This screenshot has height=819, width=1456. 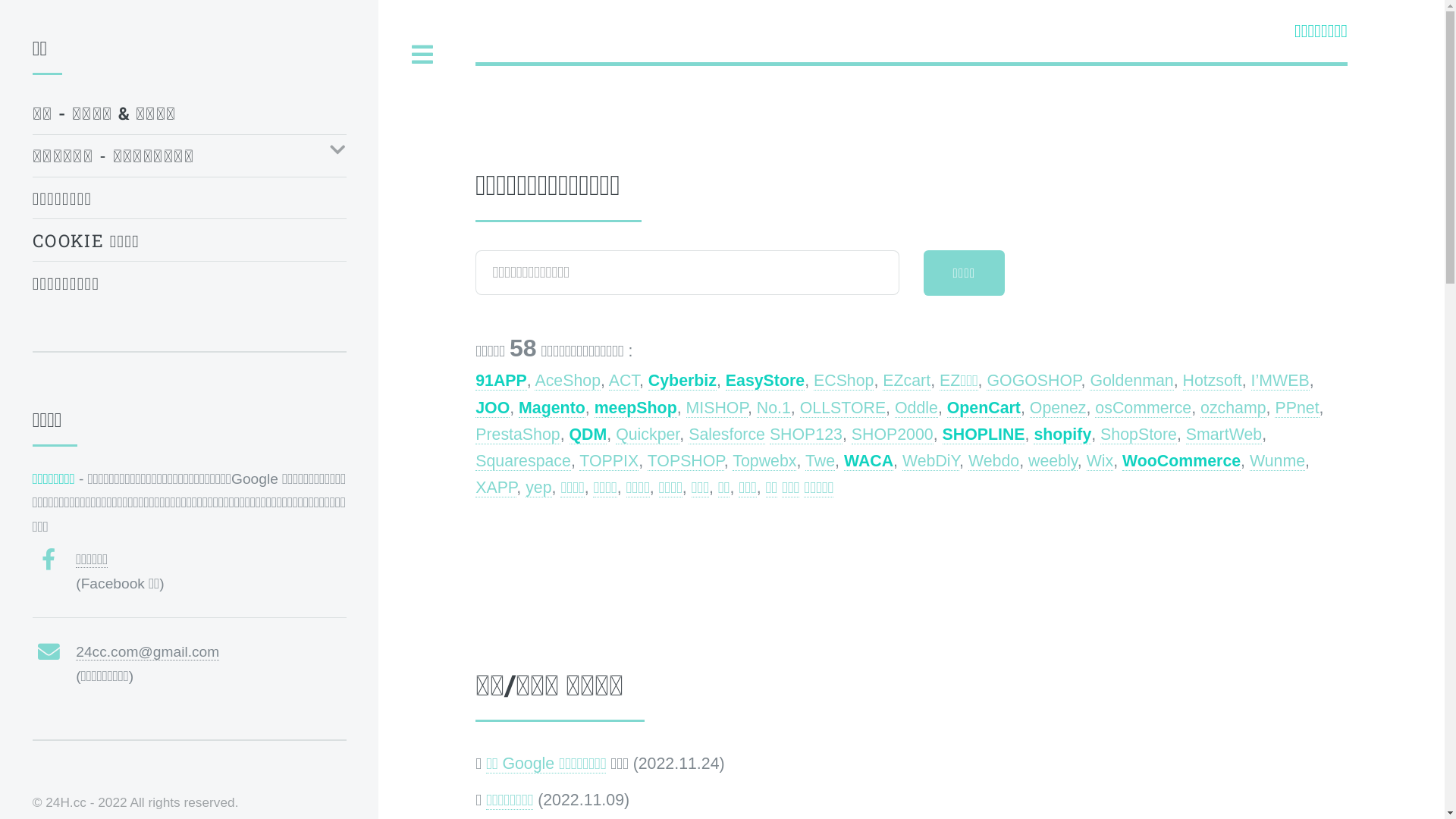 What do you see at coordinates (495, 488) in the screenshot?
I see `'XAPP'` at bounding box center [495, 488].